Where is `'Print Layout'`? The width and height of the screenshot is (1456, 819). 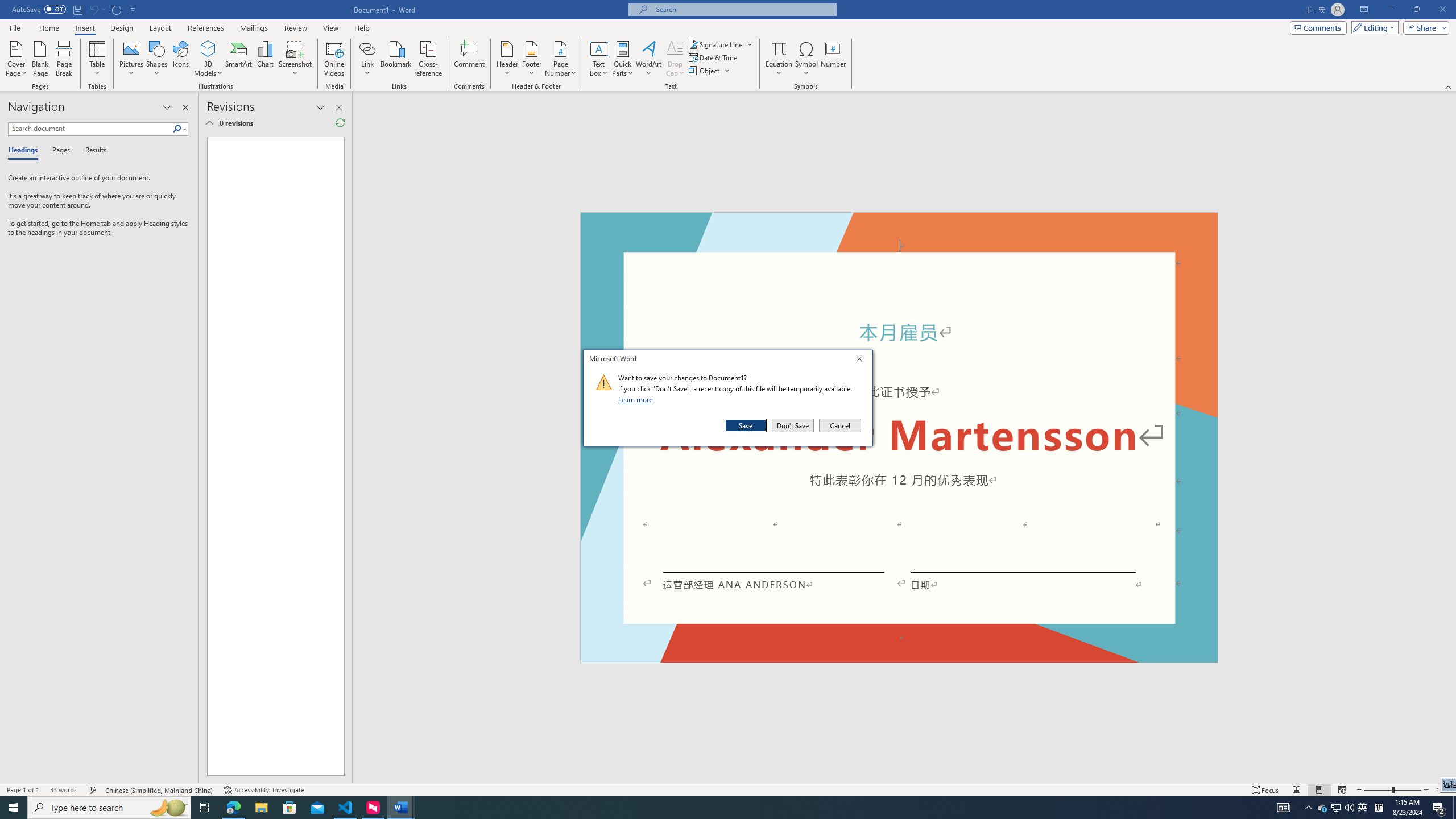
'Print Layout' is located at coordinates (1319, 790).